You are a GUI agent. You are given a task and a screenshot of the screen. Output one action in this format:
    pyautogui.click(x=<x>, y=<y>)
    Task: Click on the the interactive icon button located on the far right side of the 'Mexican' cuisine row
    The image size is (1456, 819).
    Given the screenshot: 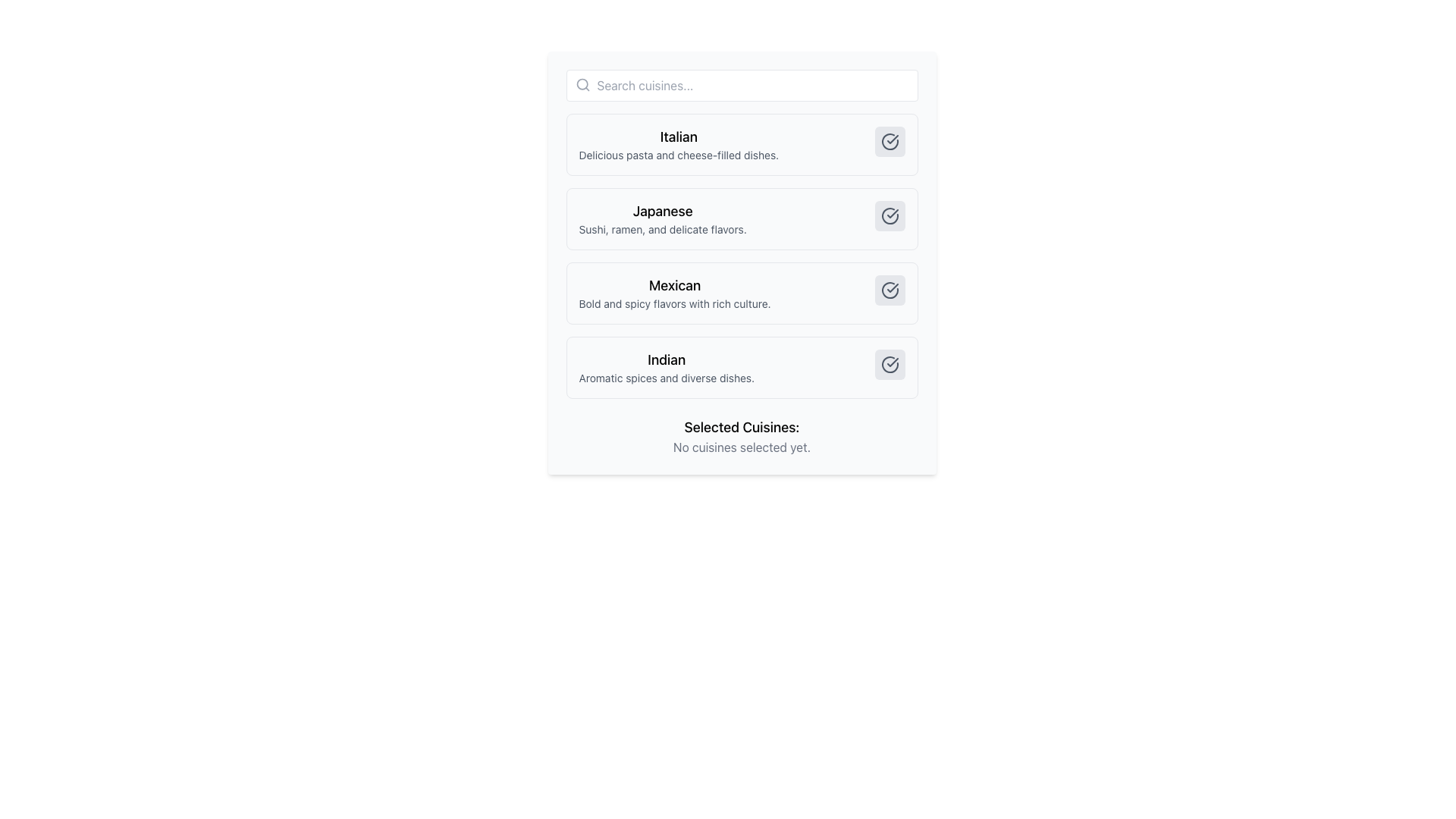 What is the action you would take?
    pyautogui.click(x=890, y=290)
    